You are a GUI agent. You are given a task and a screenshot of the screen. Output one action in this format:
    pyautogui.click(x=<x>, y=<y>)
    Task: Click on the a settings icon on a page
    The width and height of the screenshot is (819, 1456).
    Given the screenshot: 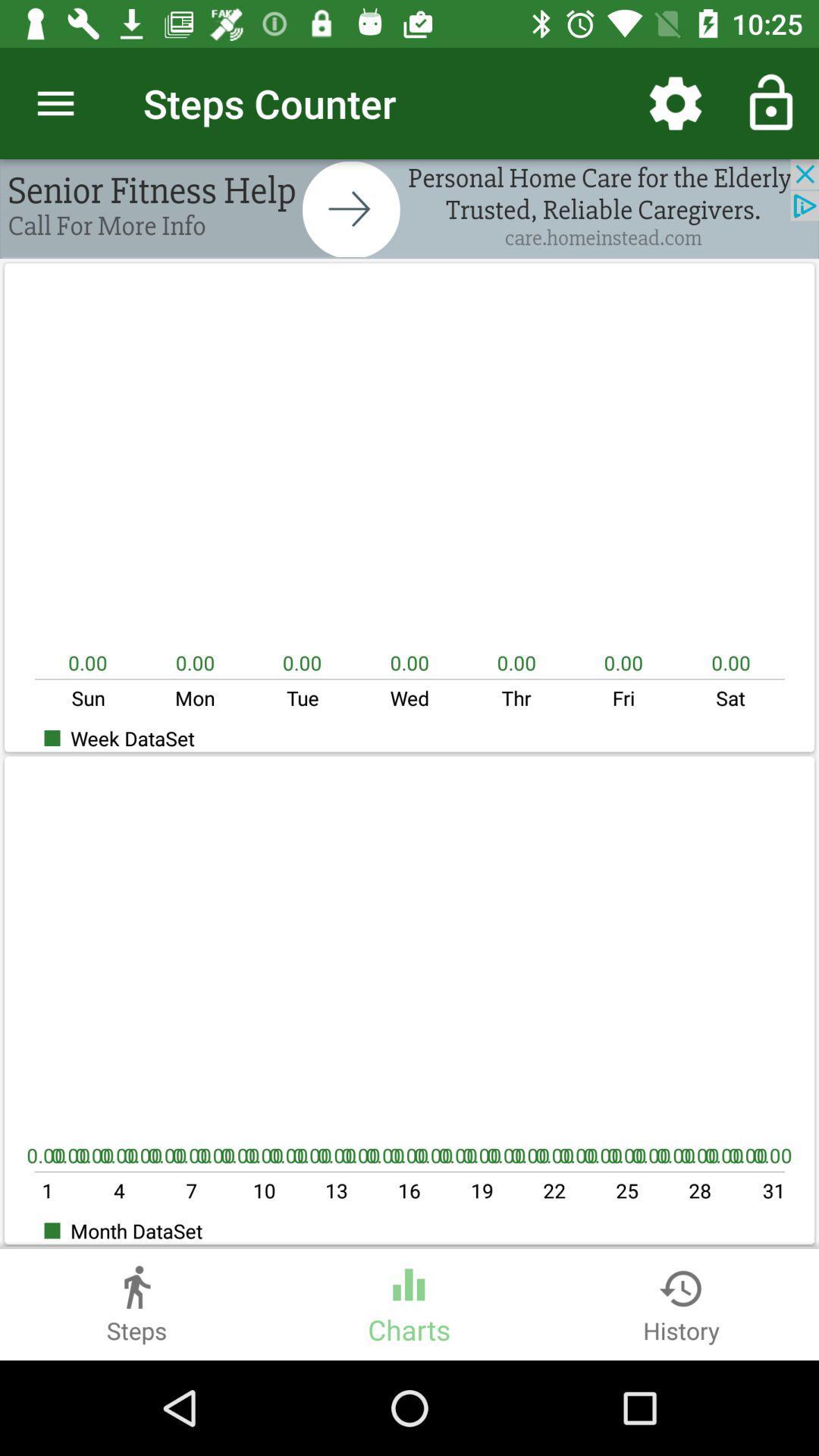 What is the action you would take?
    pyautogui.click(x=675, y=103)
    